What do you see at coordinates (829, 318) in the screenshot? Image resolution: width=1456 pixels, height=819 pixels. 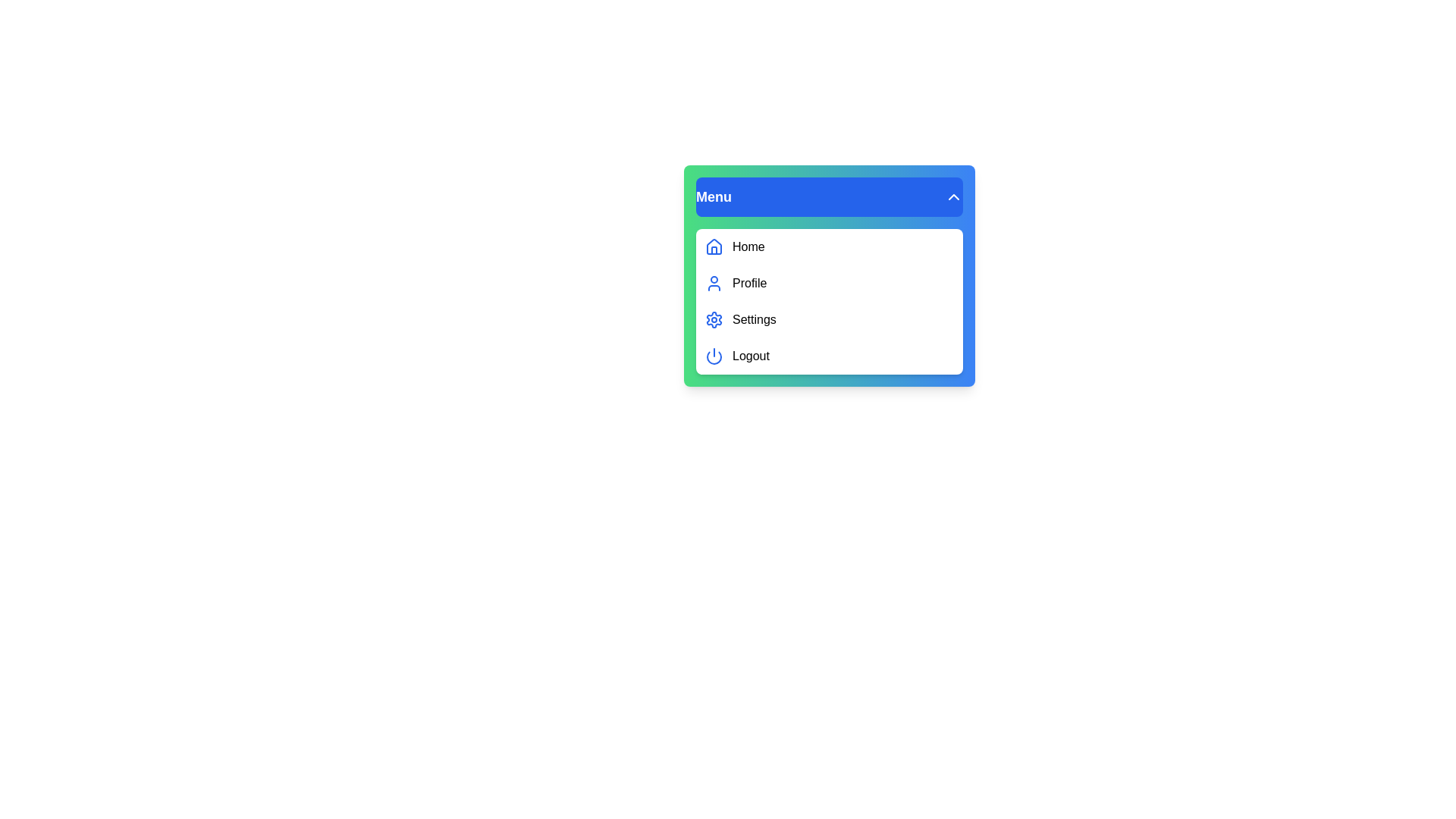 I see `the menu option Settings from the menu` at bounding box center [829, 318].